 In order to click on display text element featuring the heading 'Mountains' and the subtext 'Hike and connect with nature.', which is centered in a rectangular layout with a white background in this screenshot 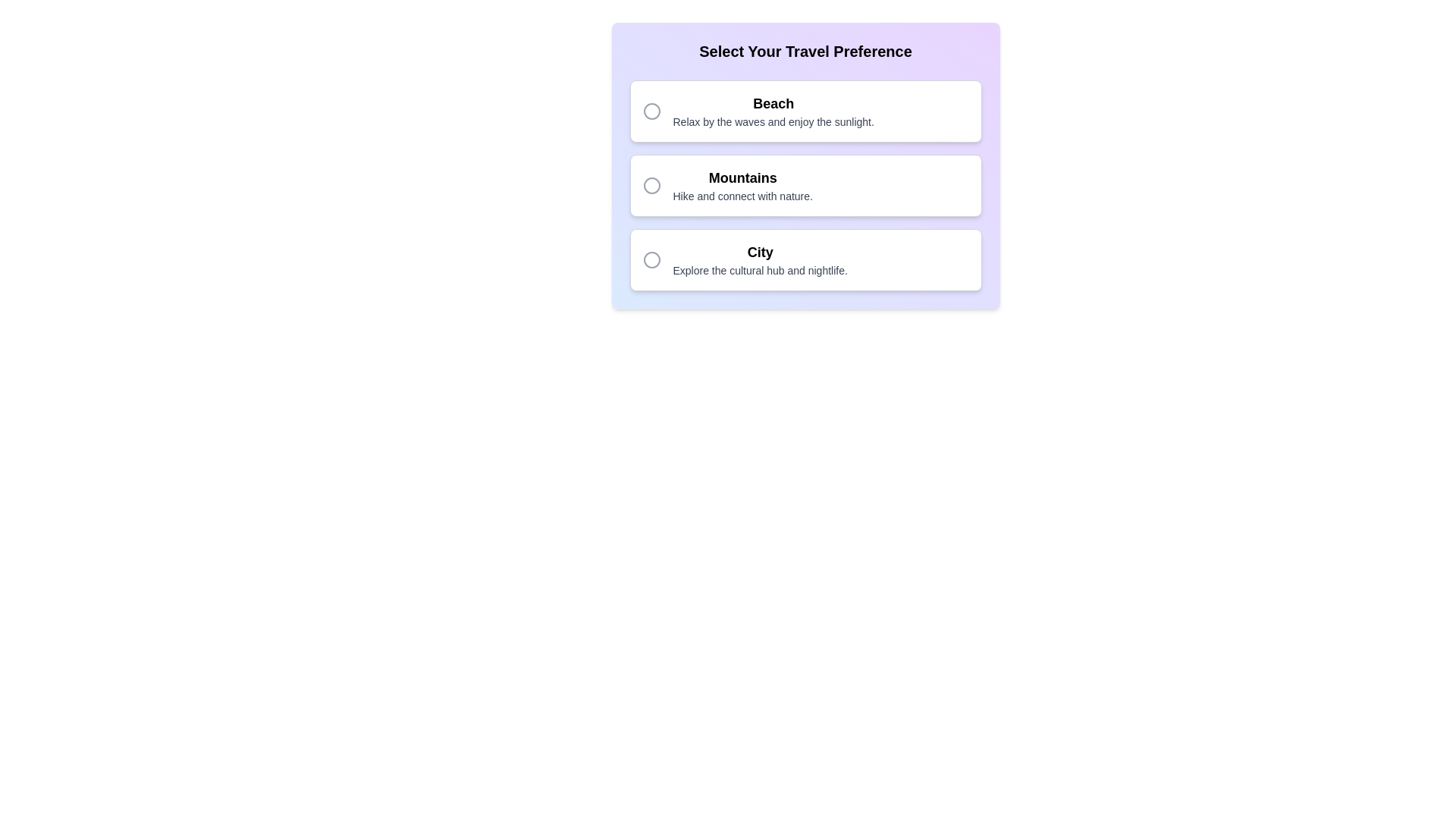, I will do `click(742, 185)`.